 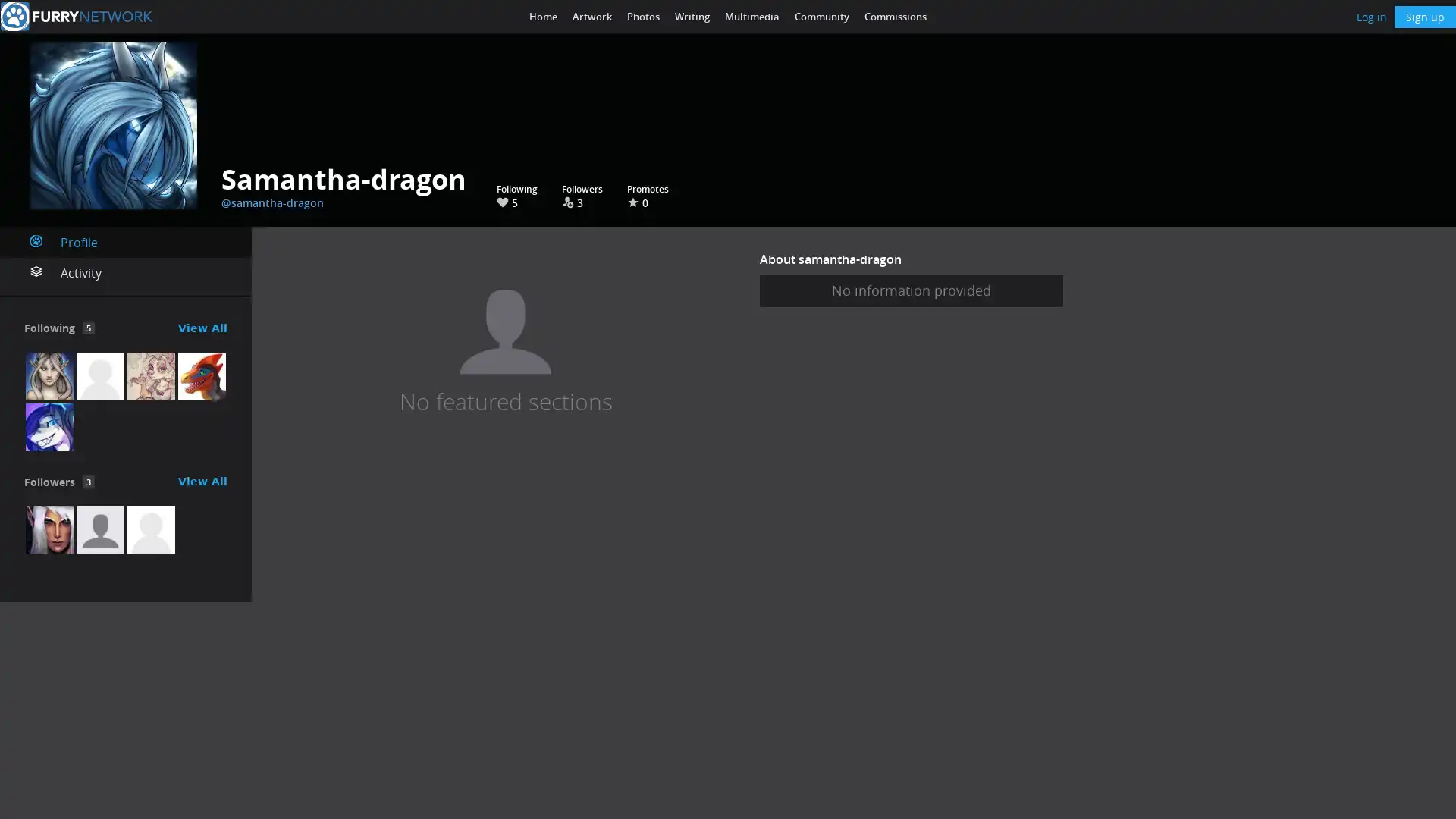 I want to click on View All, so click(x=202, y=327).